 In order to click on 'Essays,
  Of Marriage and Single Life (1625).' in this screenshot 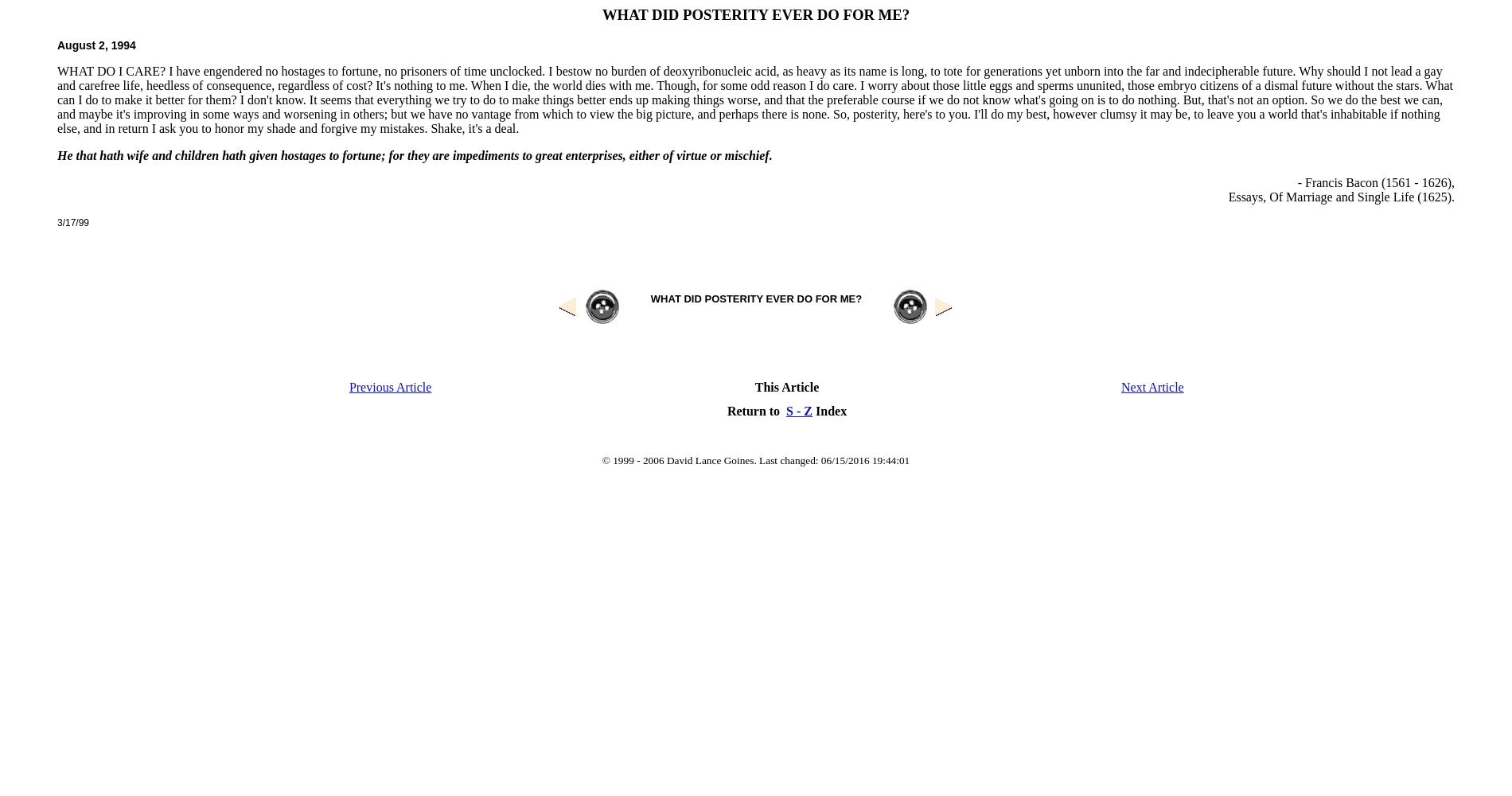, I will do `click(1340, 195)`.